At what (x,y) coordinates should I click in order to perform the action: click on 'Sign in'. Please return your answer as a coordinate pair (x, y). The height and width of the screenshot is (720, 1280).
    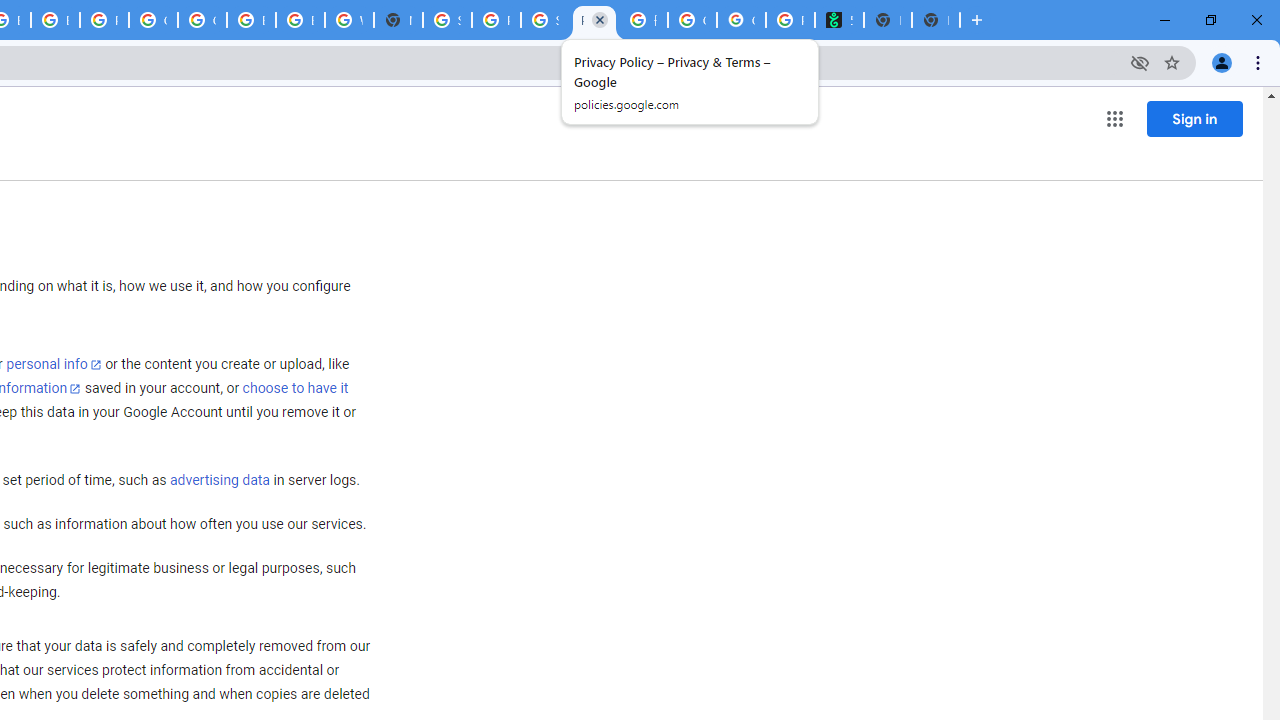
    Looking at the image, I should click on (1194, 118).